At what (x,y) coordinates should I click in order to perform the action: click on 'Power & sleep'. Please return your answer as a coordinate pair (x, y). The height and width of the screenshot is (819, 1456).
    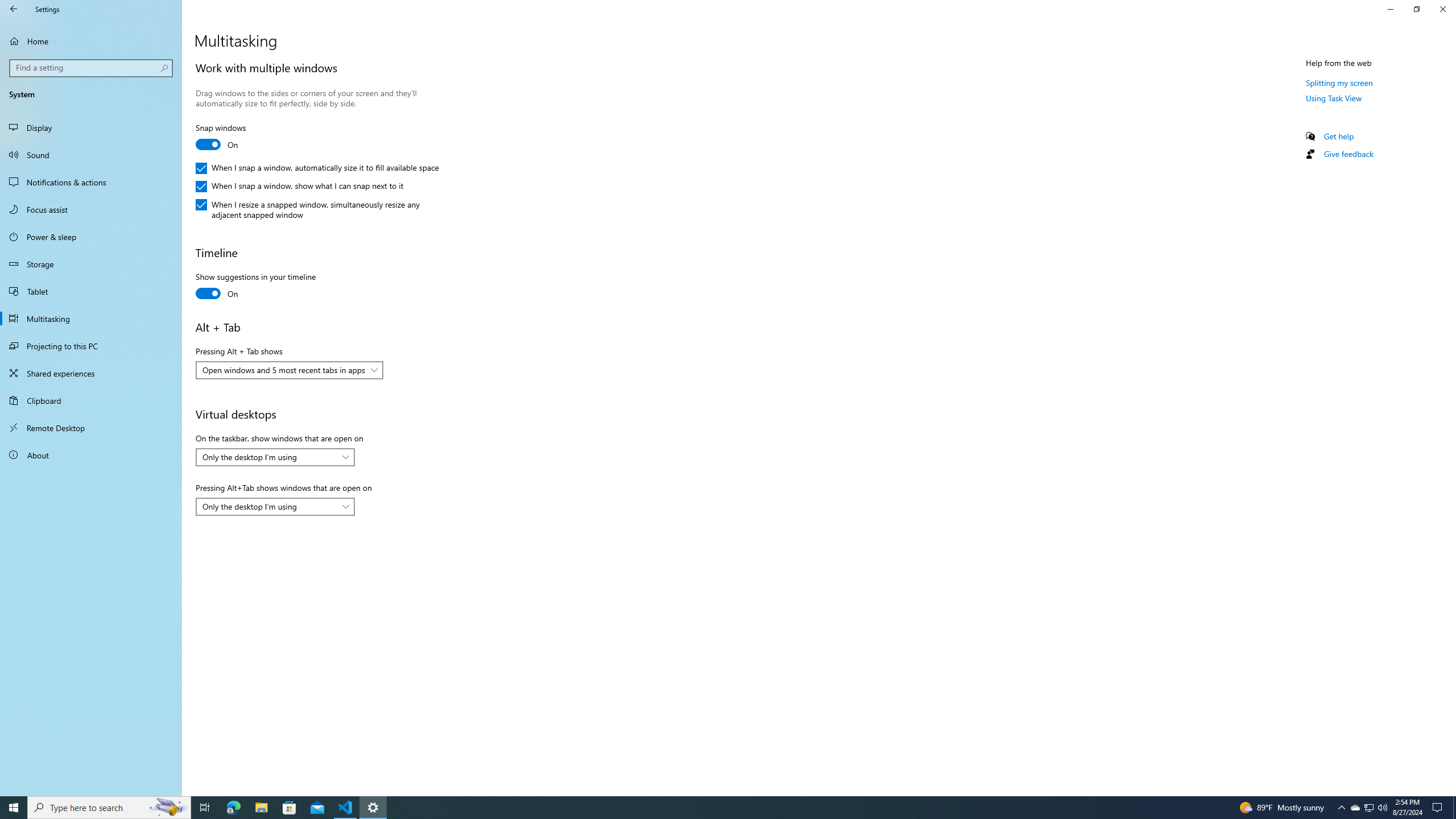
    Looking at the image, I should click on (90, 236).